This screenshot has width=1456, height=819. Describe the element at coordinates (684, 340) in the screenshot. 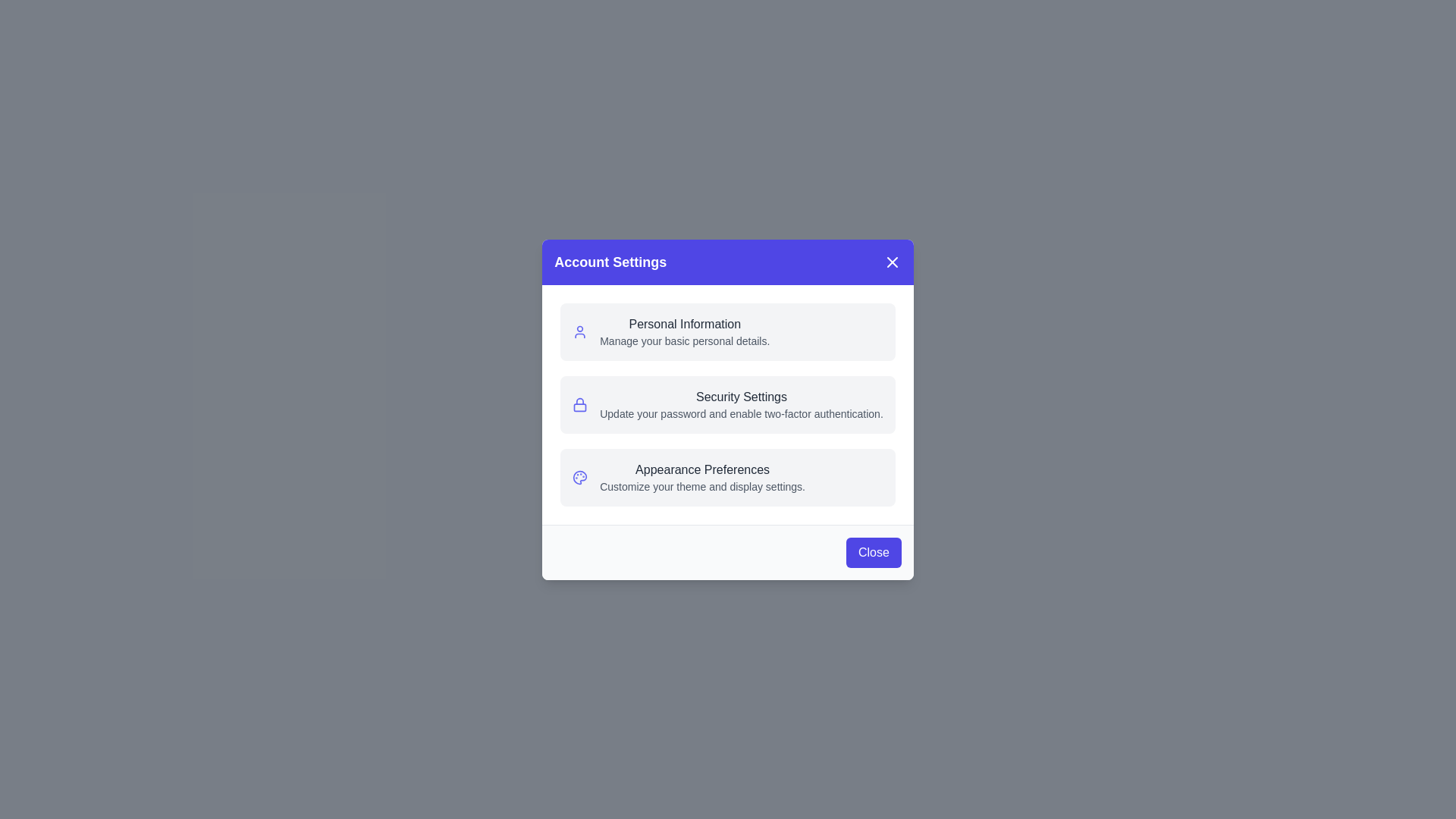

I see `the descriptive text element styled in a small-sized font and gray color that contains 'Manage your basic personal details.' located beneath the title 'Personal Information.'` at that location.